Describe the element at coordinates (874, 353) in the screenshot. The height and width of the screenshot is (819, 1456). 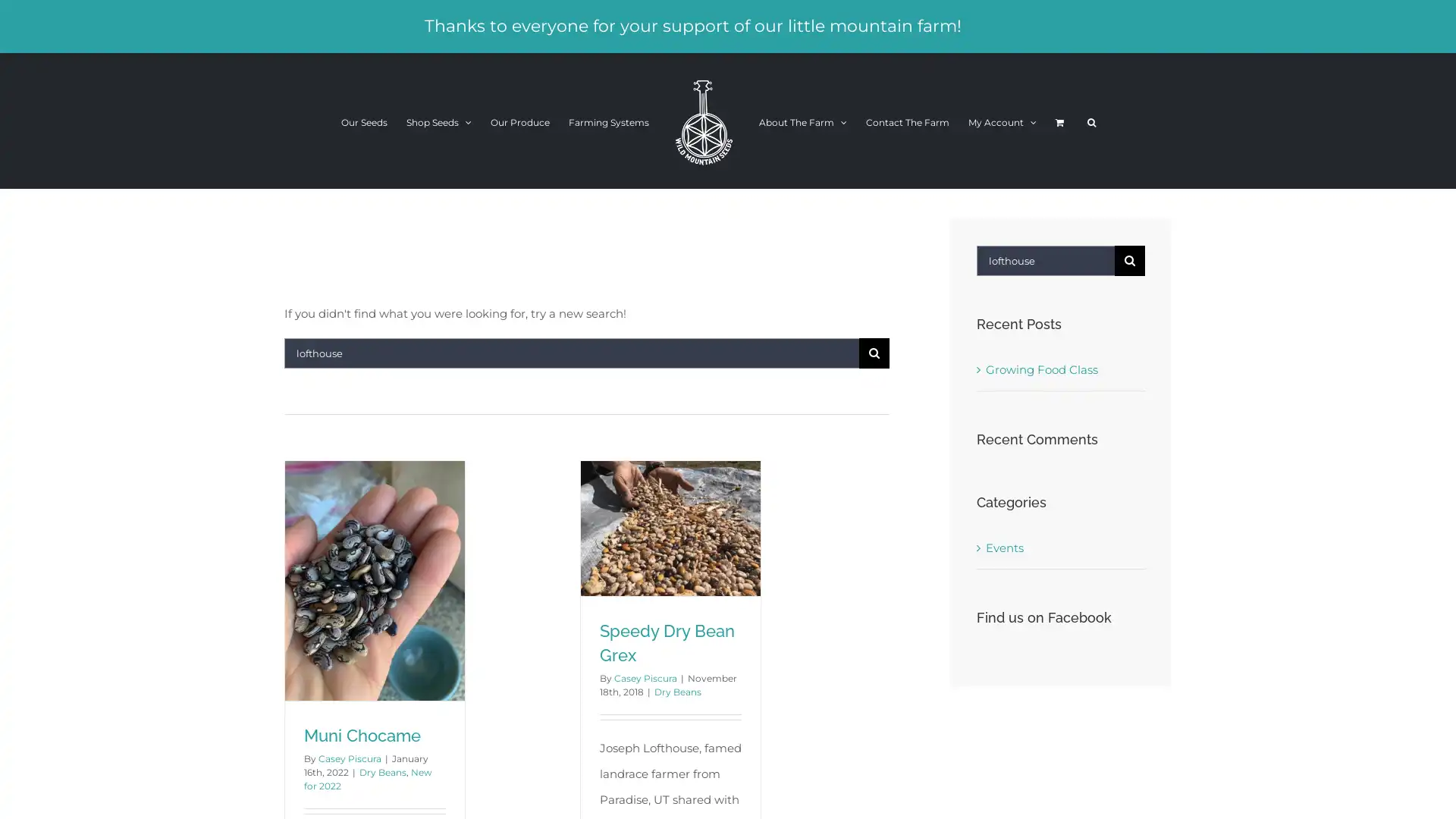
I see `Search` at that location.